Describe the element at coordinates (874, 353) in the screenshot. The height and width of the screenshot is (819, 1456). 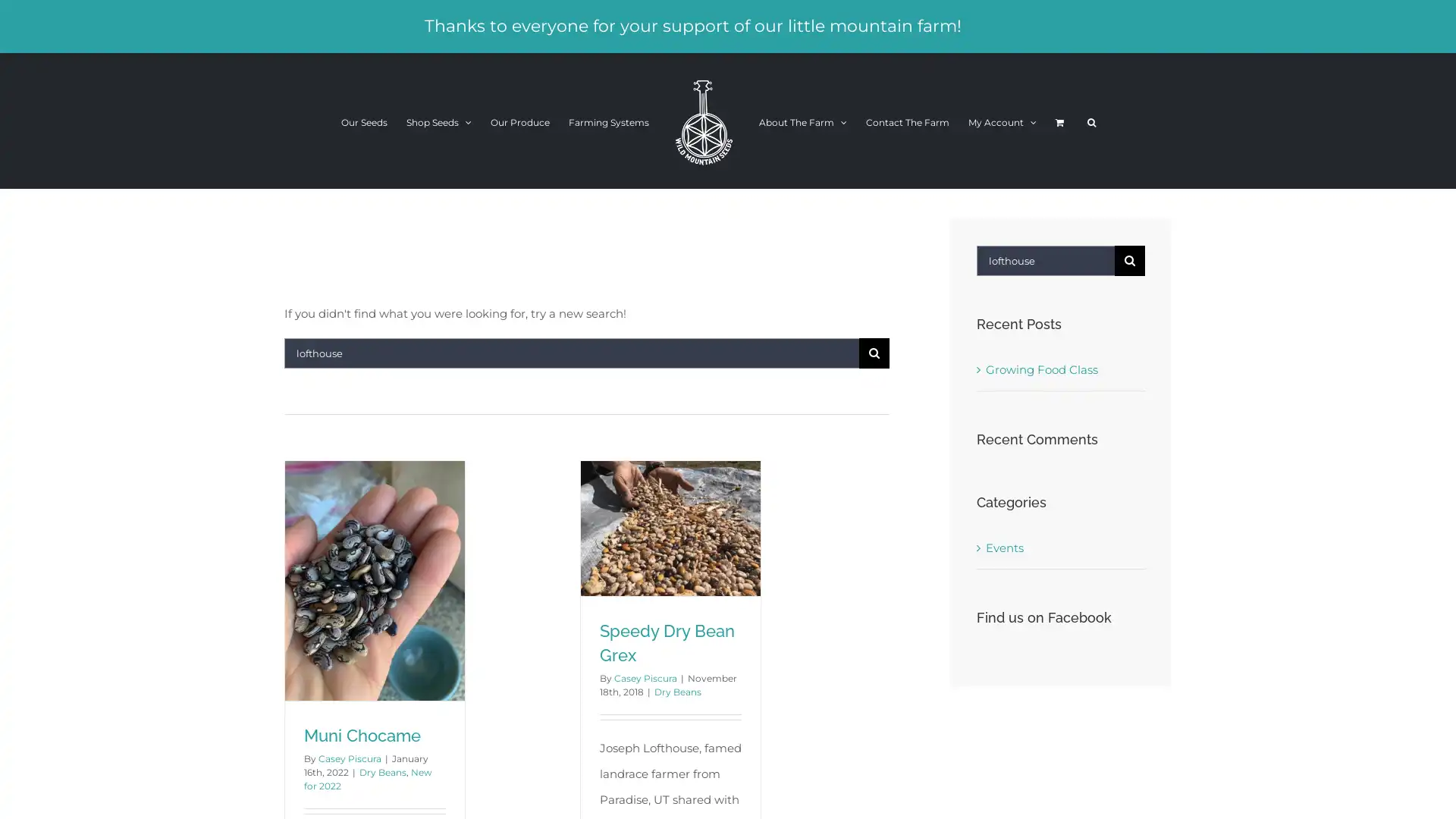
I see `Search` at that location.